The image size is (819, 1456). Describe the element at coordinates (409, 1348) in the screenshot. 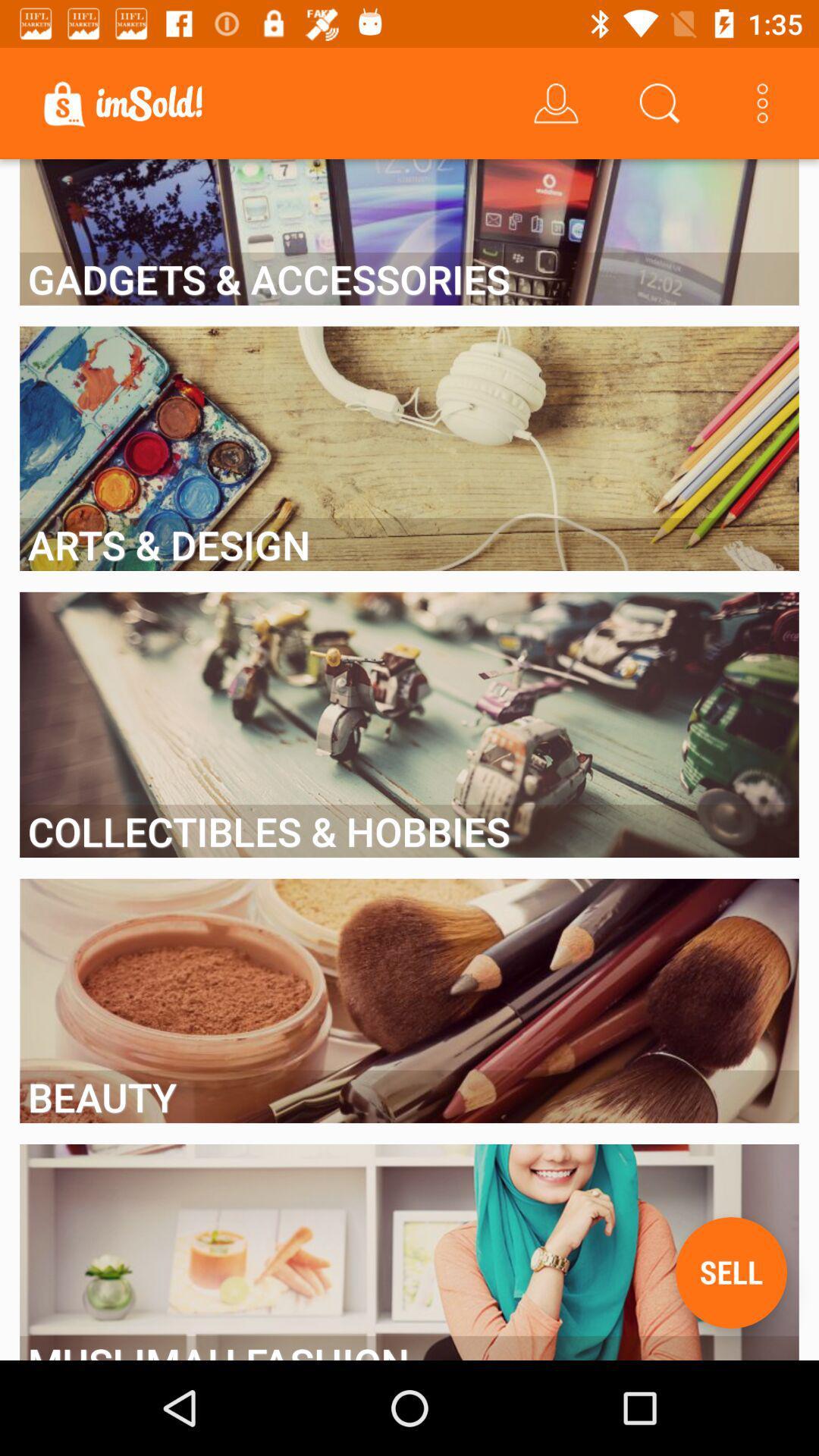

I see `the muslimah fashion item` at that location.